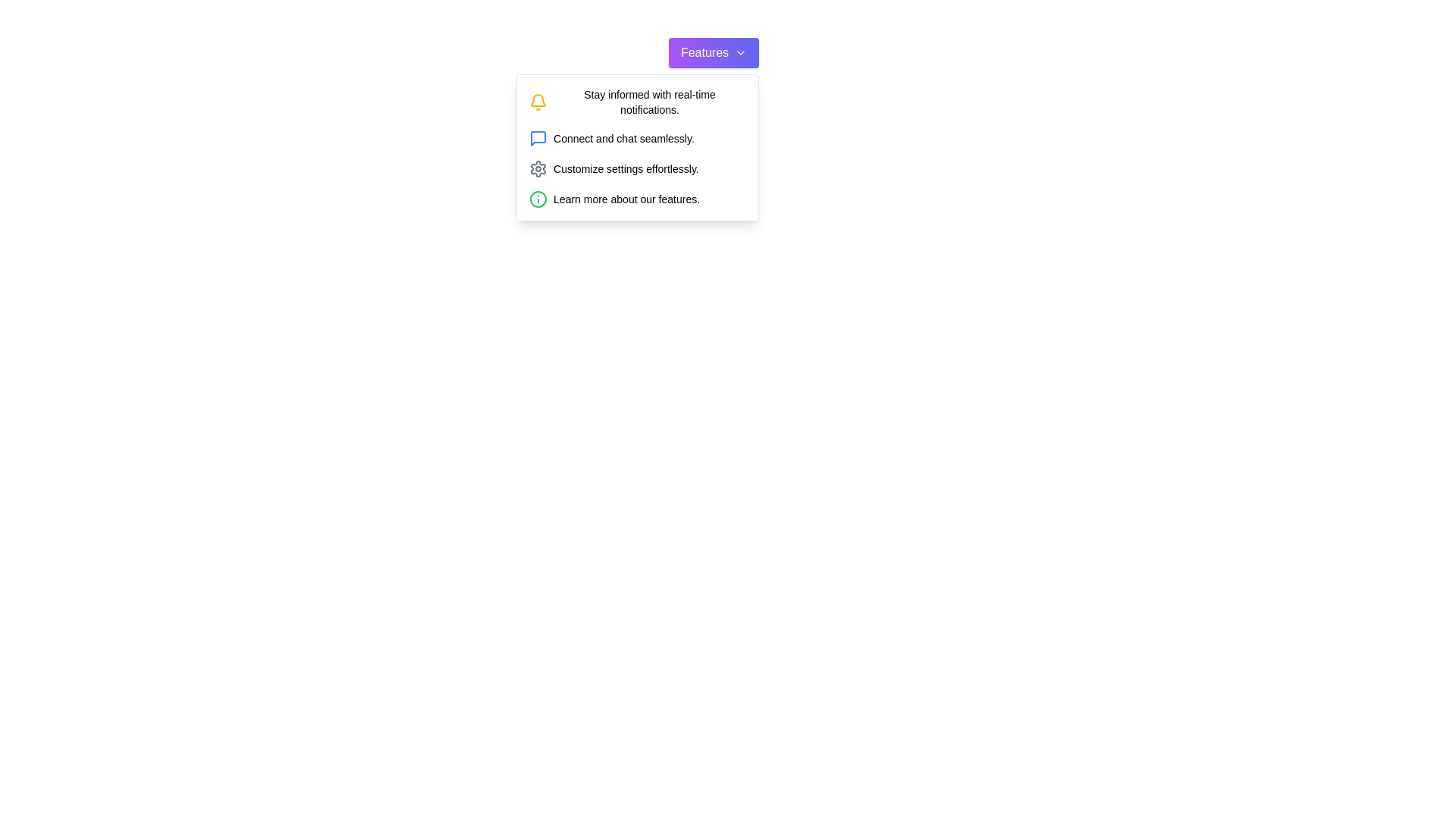 Image resolution: width=1456 pixels, height=819 pixels. Describe the element at coordinates (713, 52) in the screenshot. I see `the 'Features' button, which is a rectangular button with a gradient background from purple to indigo, containing white text and a downward-facing arrow icon` at that location.